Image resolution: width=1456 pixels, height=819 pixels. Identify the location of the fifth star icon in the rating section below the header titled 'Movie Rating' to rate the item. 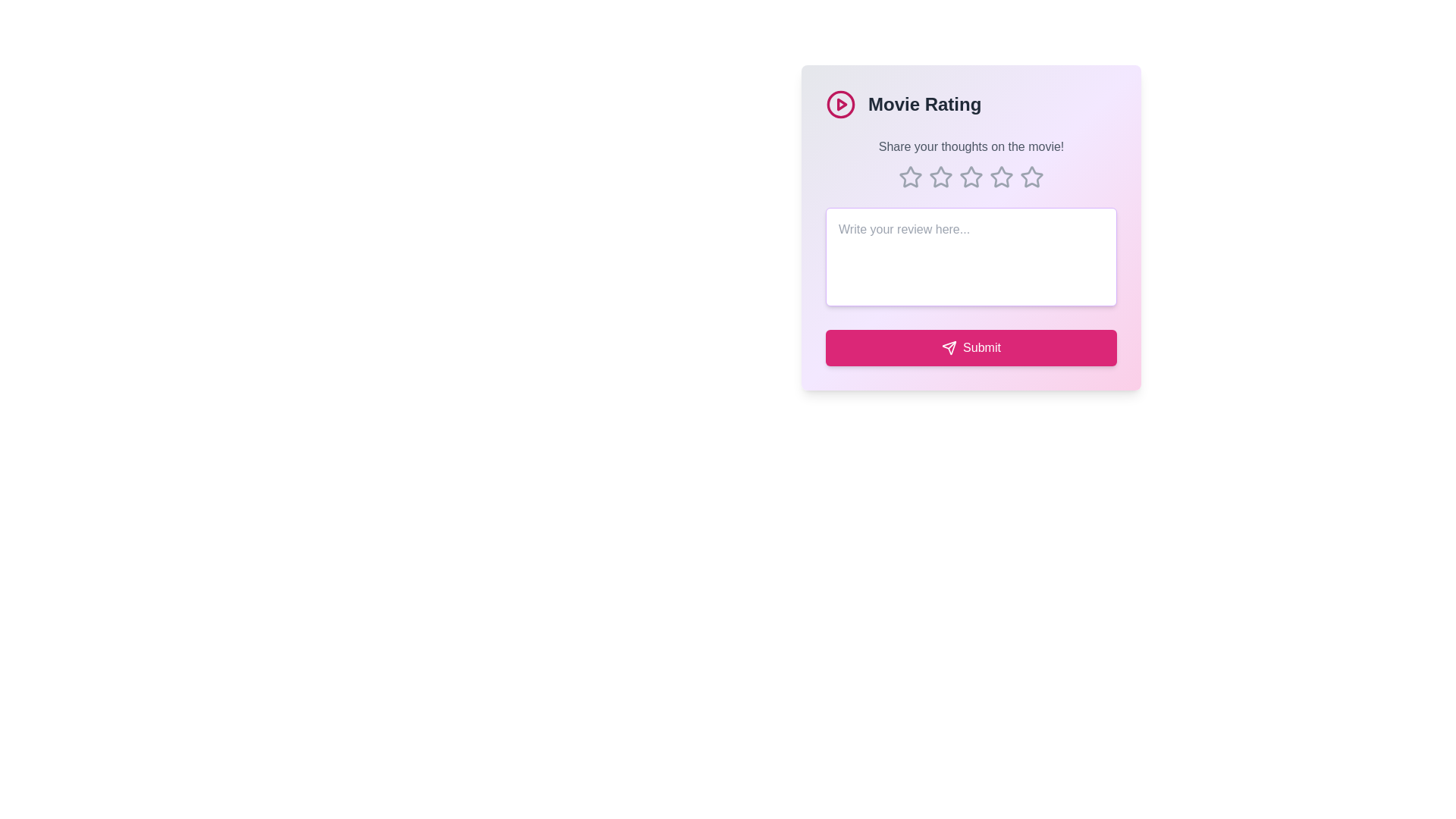
(1031, 175).